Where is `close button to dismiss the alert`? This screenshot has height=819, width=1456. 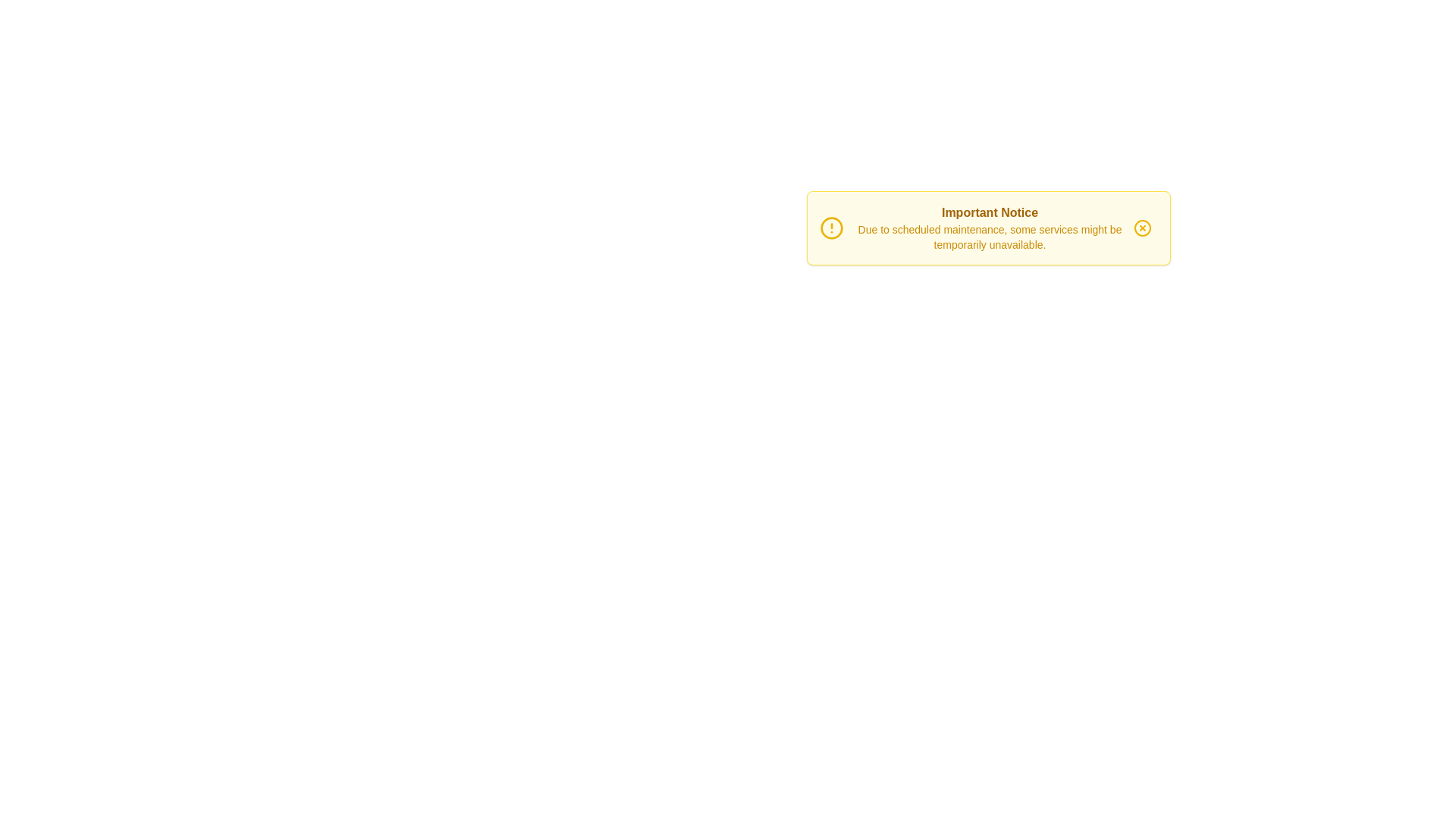
close button to dismiss the alert is located at coordinates (1142, 227).